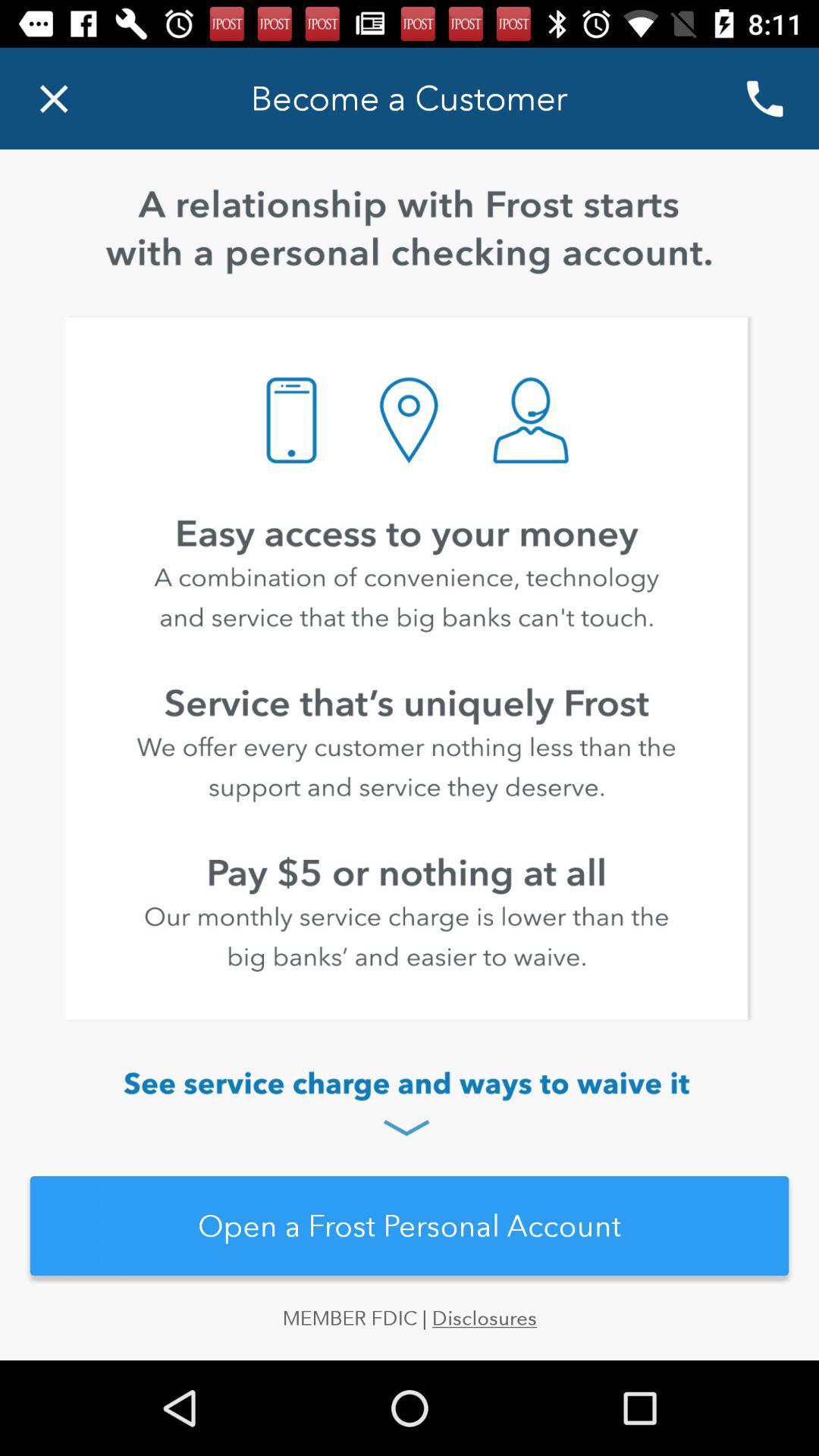  Describe the element at coordinates (409, 1225) in the screenshot. I see `open a frost item` at that location.